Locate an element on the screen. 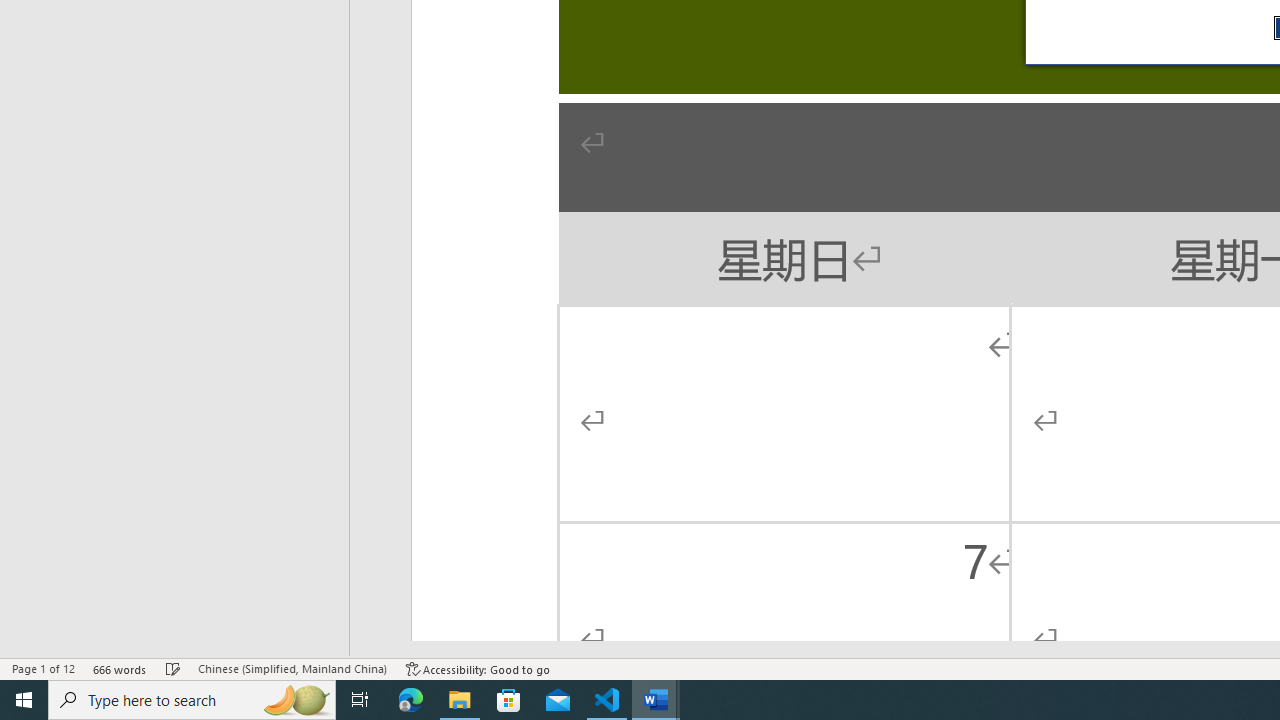  'Page Number Page 1 of 12' is located at coordinates (43, 669).